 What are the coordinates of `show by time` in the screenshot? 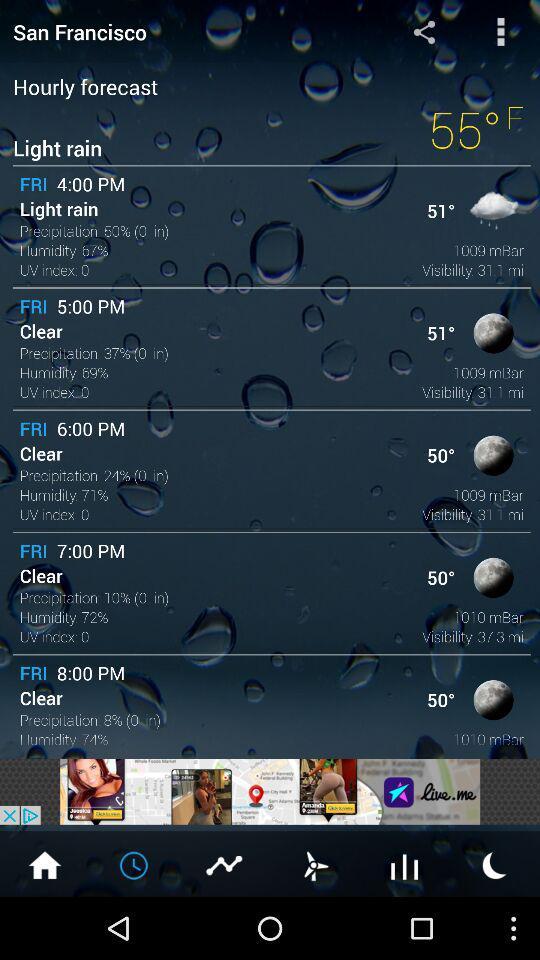 It's located at (135, 863).